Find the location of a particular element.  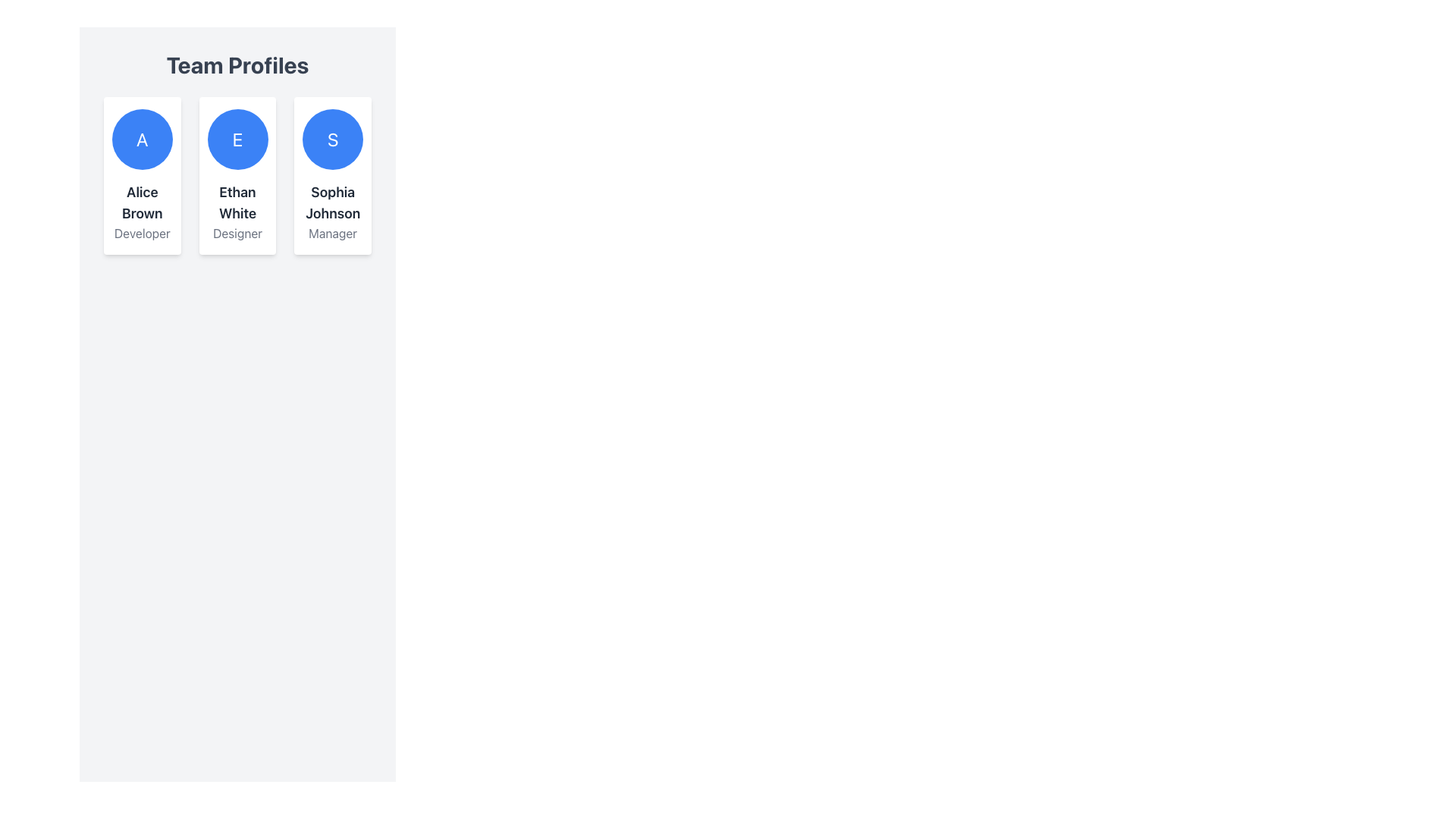

the blue round avatar displaying the letter 'A' is located at coordinates (142, 140).